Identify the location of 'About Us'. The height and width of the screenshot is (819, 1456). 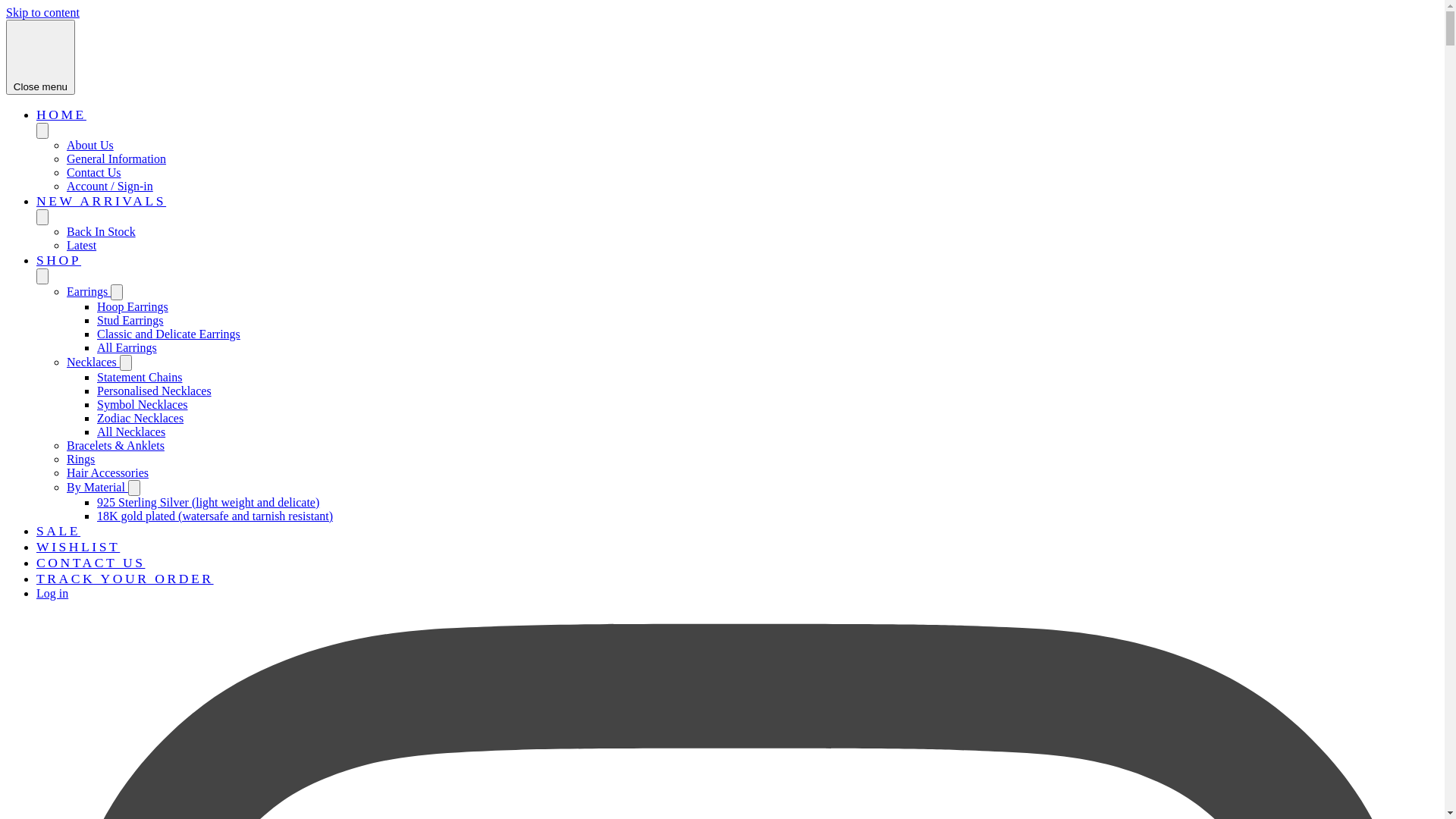
(89, 145).